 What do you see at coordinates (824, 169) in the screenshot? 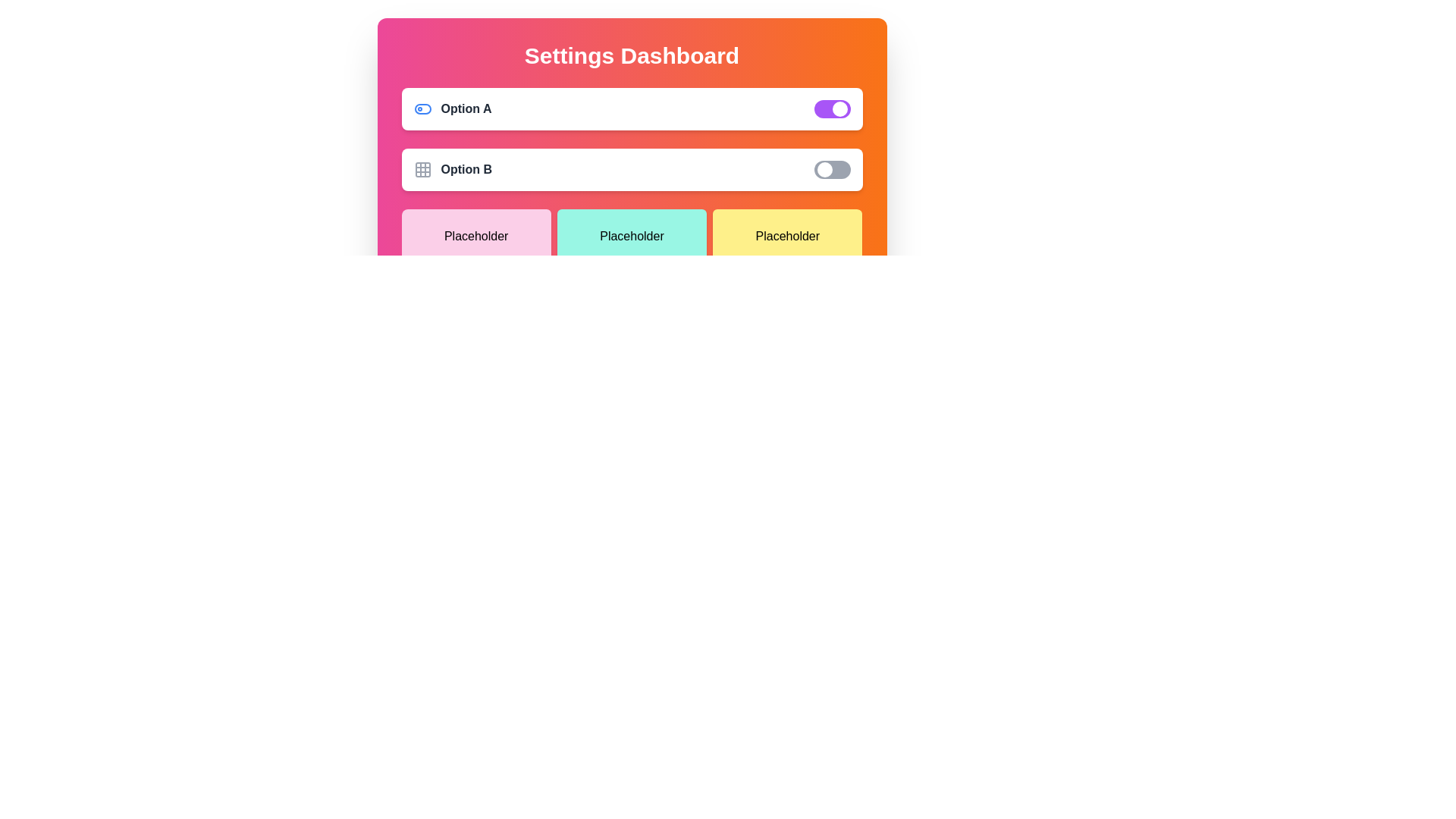
I see `the toggle handle, which is a small circular button with a white background located on the left side of the toggle switch component in the second row labeled 'Option B'` at bounding box center [824, 169].